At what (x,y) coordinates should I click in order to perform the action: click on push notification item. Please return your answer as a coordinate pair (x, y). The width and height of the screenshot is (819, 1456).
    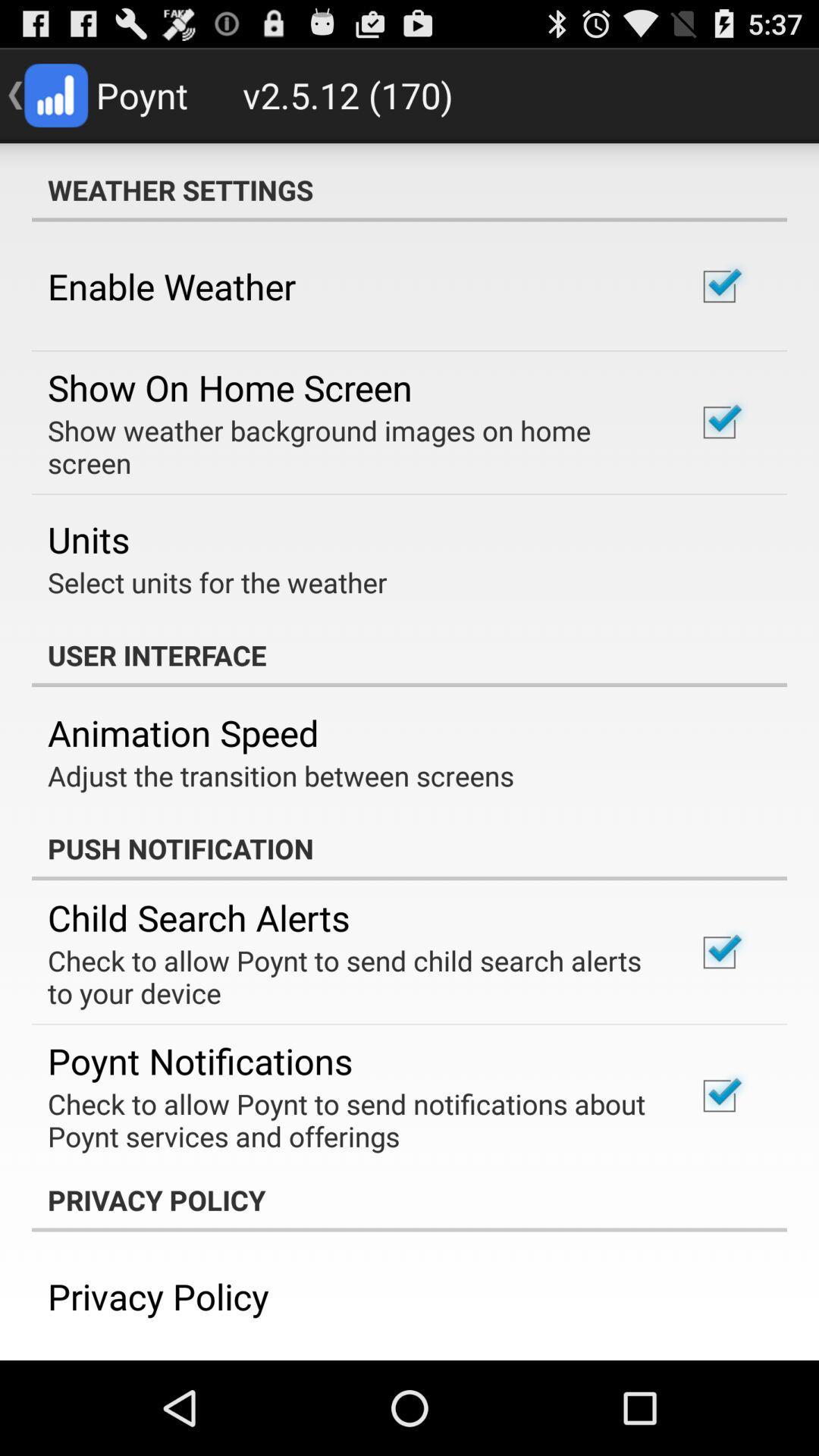
    Looking at the image, I should click on (409, 847).